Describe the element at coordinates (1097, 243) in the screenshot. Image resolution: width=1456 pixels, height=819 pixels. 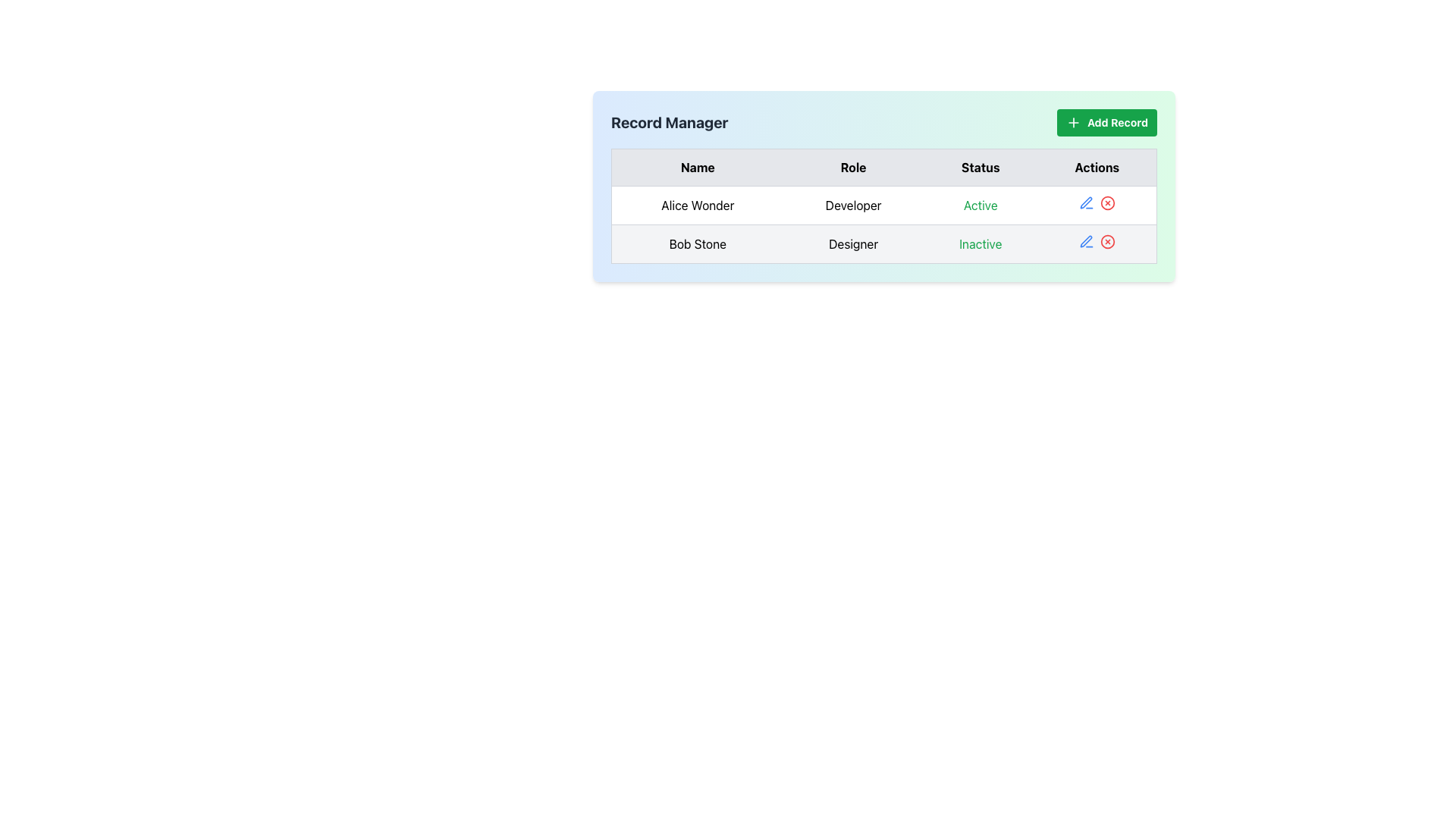
I see `the edit icon in the action panel for the 'Bob Stone' entry located in the fourth column of the second row of the table under the 'Actions' header` at that location.